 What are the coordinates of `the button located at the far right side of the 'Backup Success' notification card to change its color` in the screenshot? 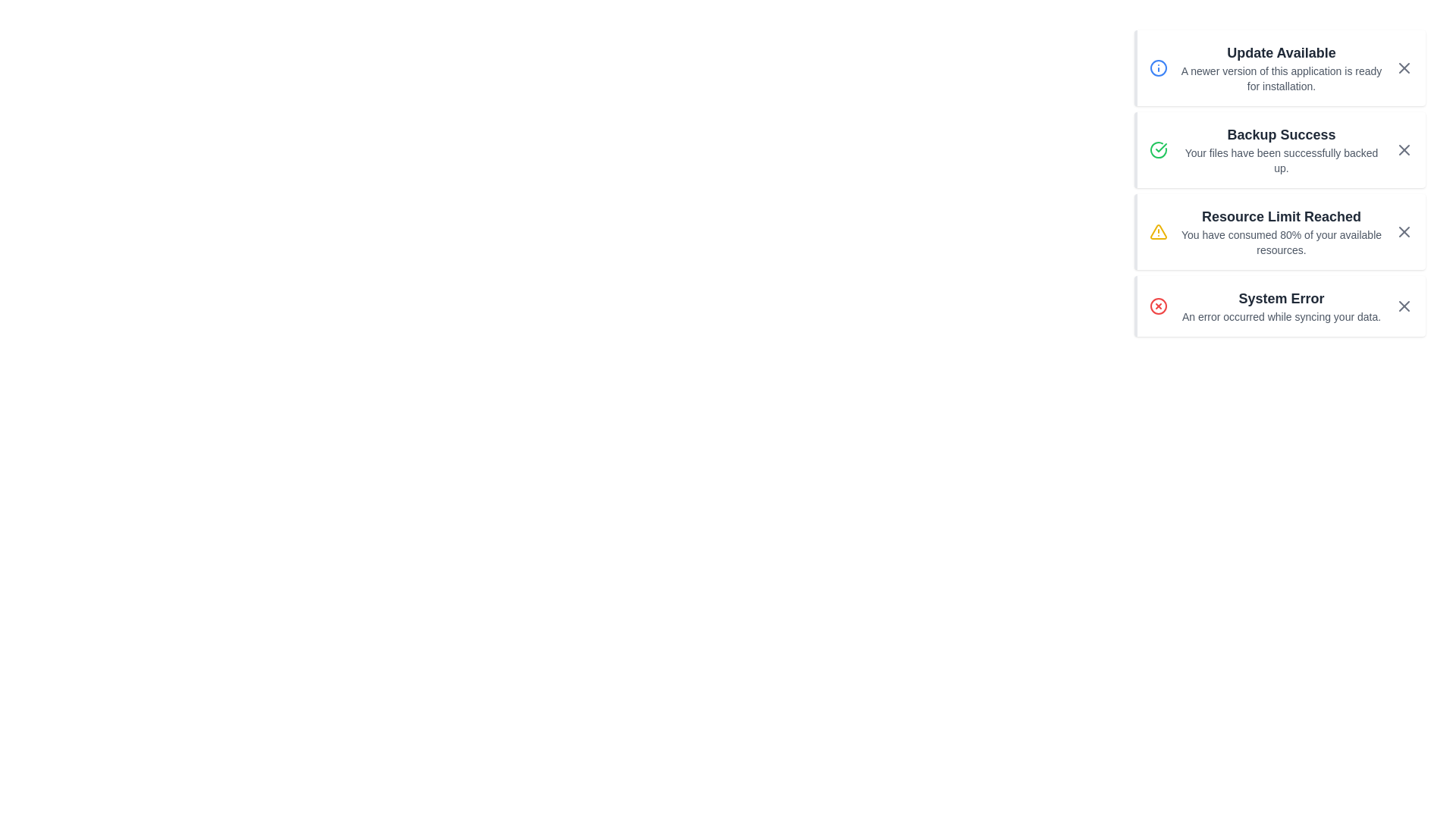 It's located at (1404, 149).